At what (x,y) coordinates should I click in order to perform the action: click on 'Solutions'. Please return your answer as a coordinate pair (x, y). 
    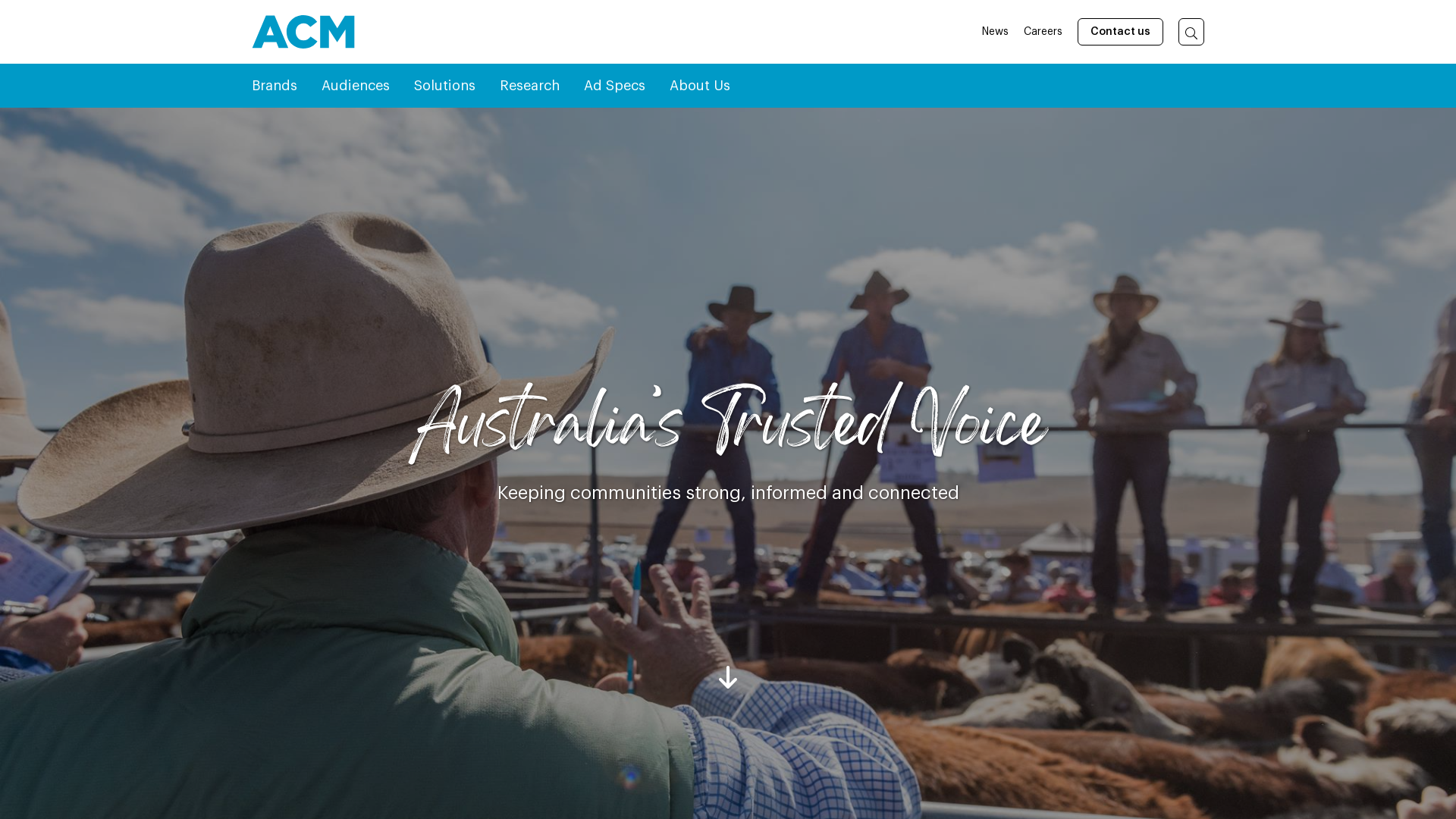
    Looking at the image, I should click on (444, 85).